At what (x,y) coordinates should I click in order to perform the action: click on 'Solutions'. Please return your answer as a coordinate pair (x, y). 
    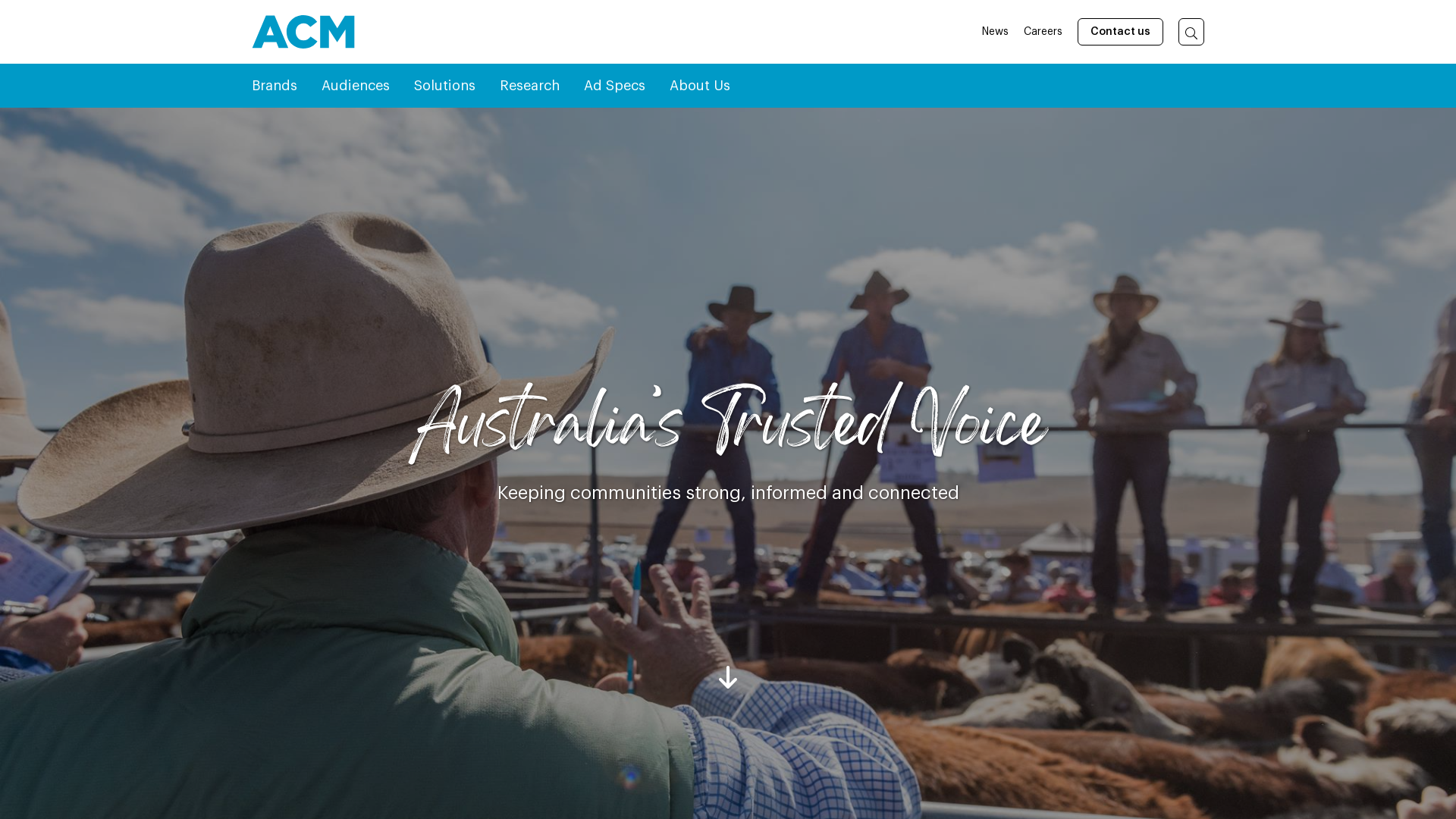
    Looking at the image, I should click on (444, 85).